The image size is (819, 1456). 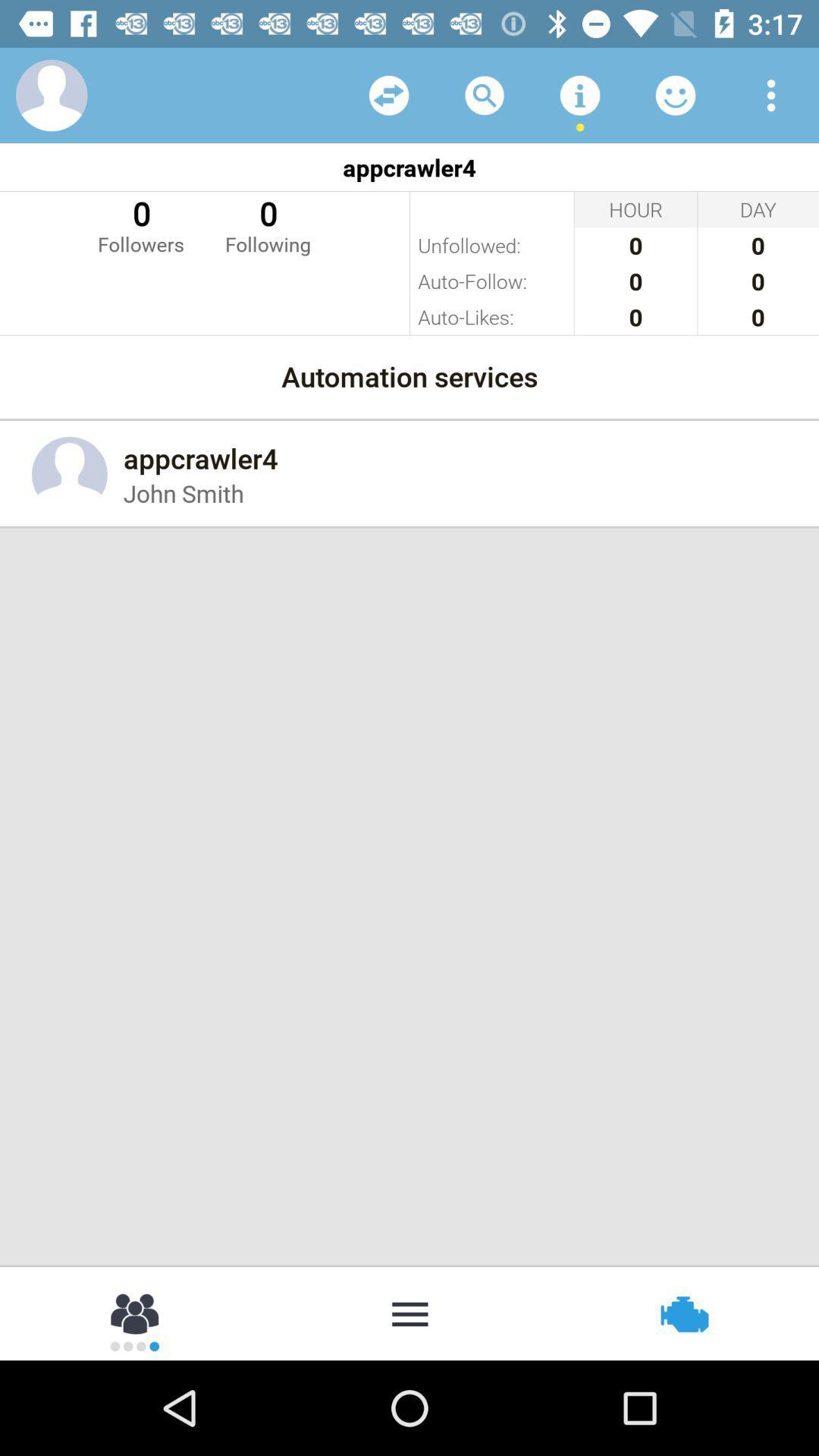 What do you see at coordinates (51, 94) in the screenshot?
I see `own profile` at bounding box center [51, 94].